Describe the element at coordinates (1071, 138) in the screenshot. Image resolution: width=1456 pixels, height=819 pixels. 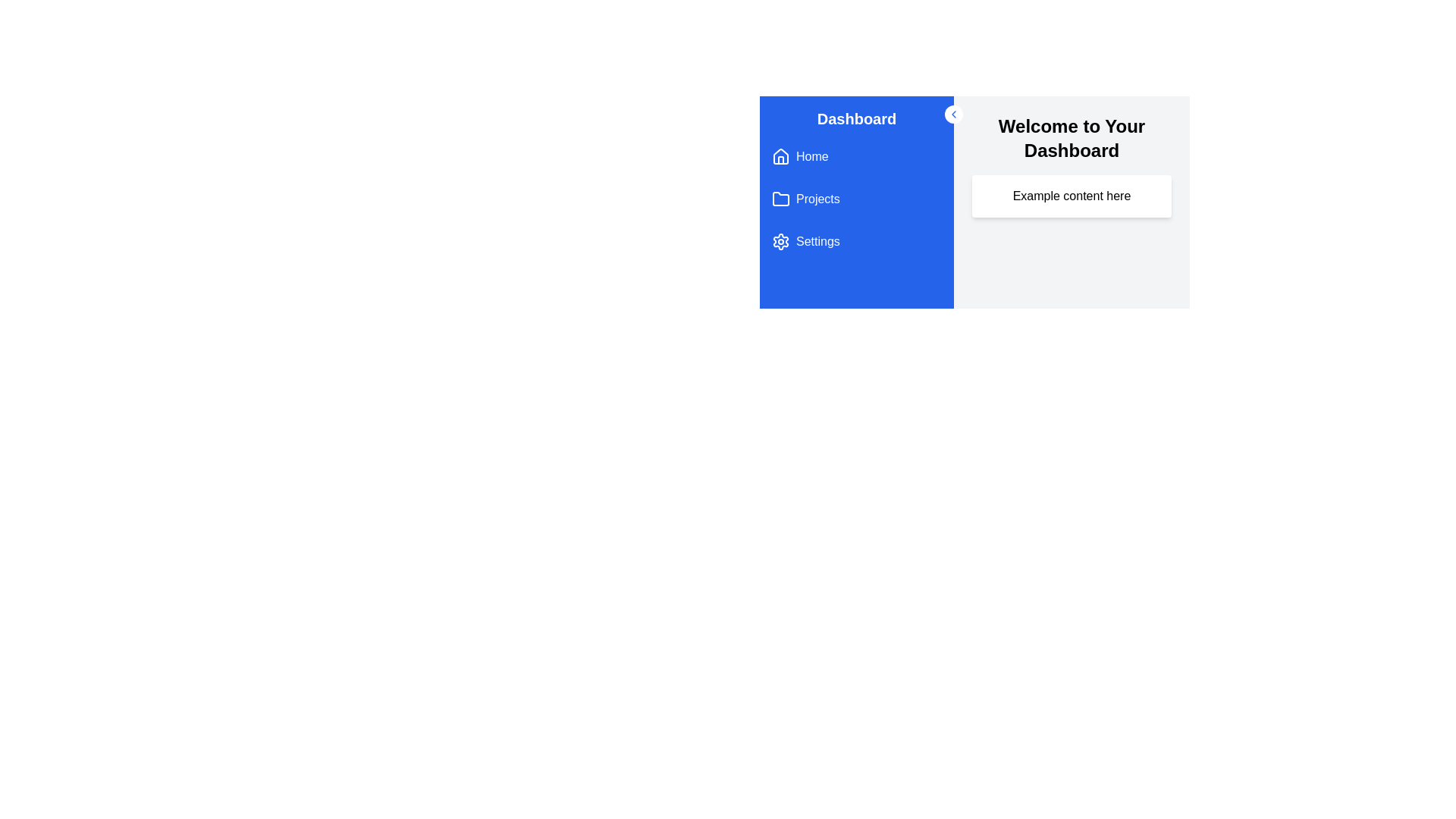
I see `the main title or heading of the dashboard interface` at that location.